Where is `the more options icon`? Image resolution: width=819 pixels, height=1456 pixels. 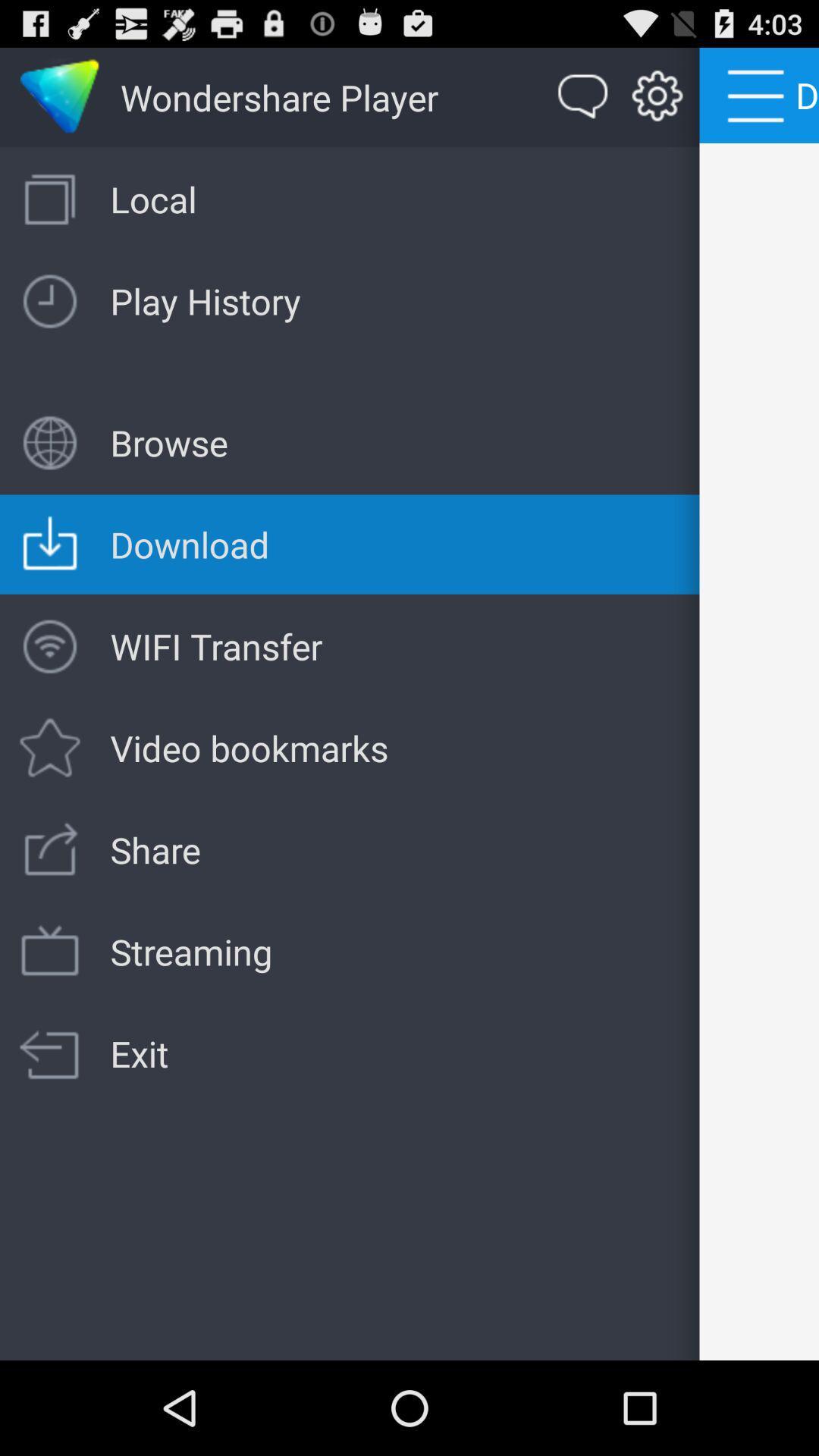
the more options icon is located at coordinates (759, 94).